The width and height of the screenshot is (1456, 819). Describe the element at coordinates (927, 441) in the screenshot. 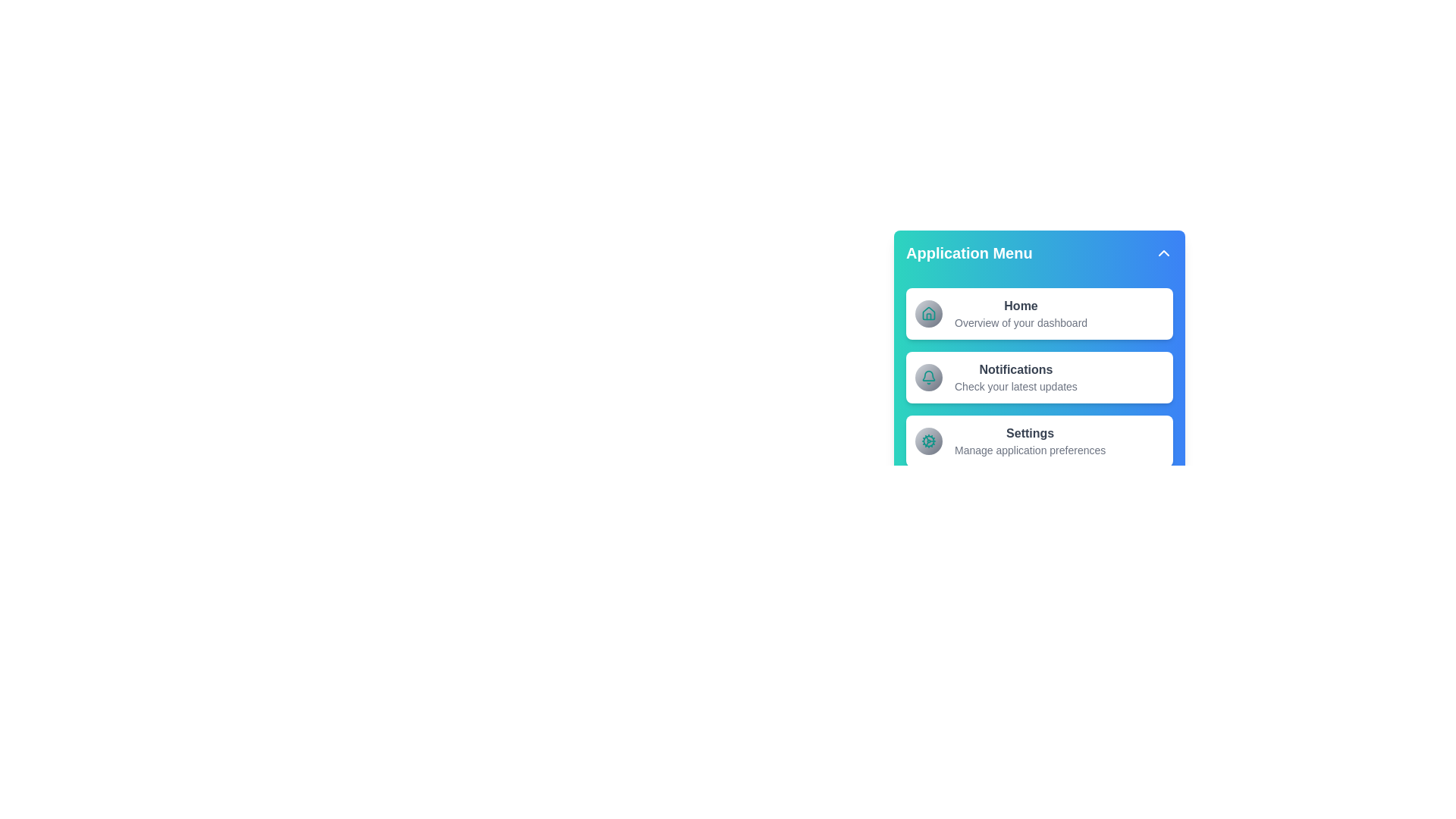

I see `the icon of the Settings menu item to trigger its associated action` at that location.